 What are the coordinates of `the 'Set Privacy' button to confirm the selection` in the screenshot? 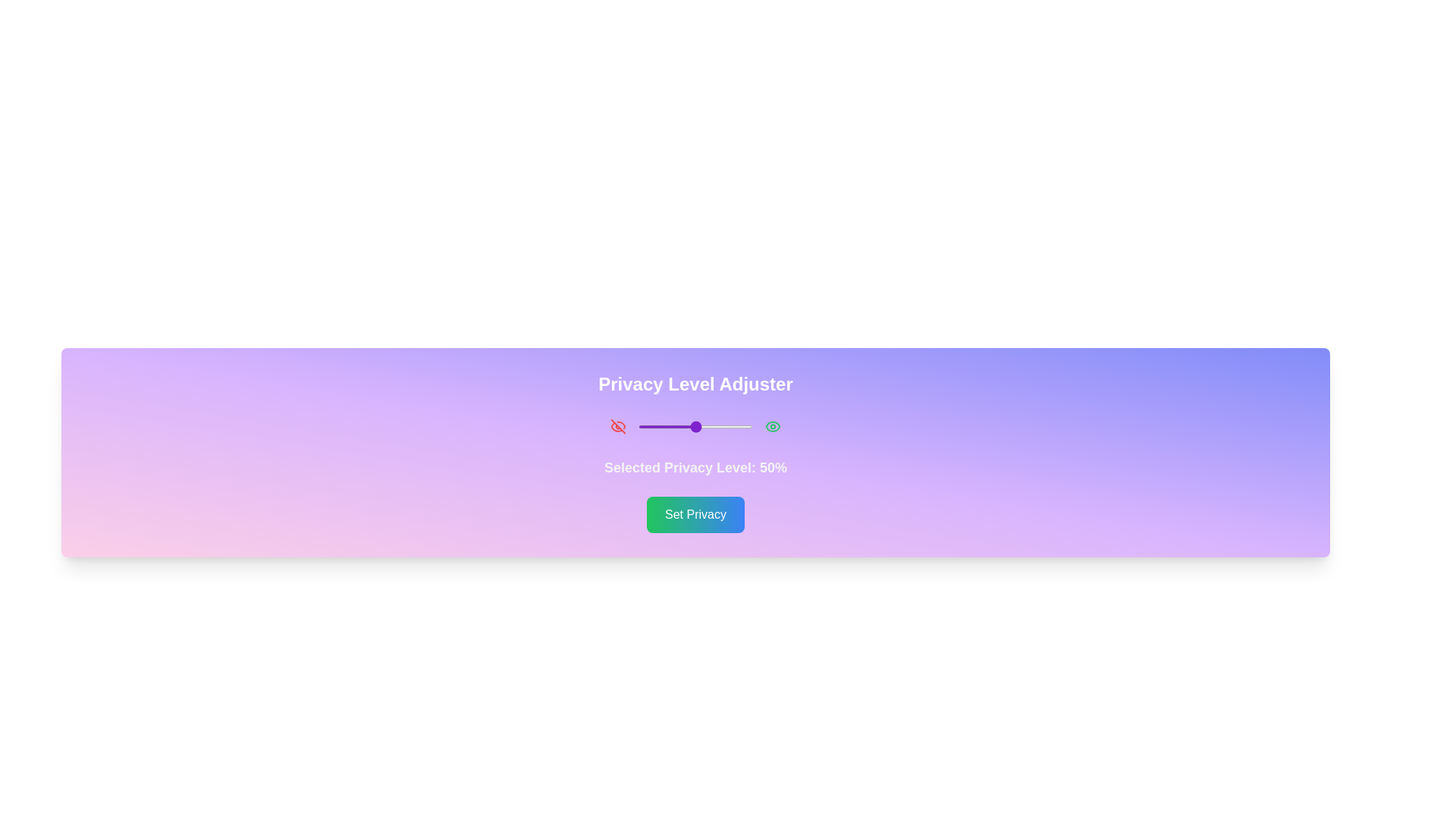 It's located at (695, 513).